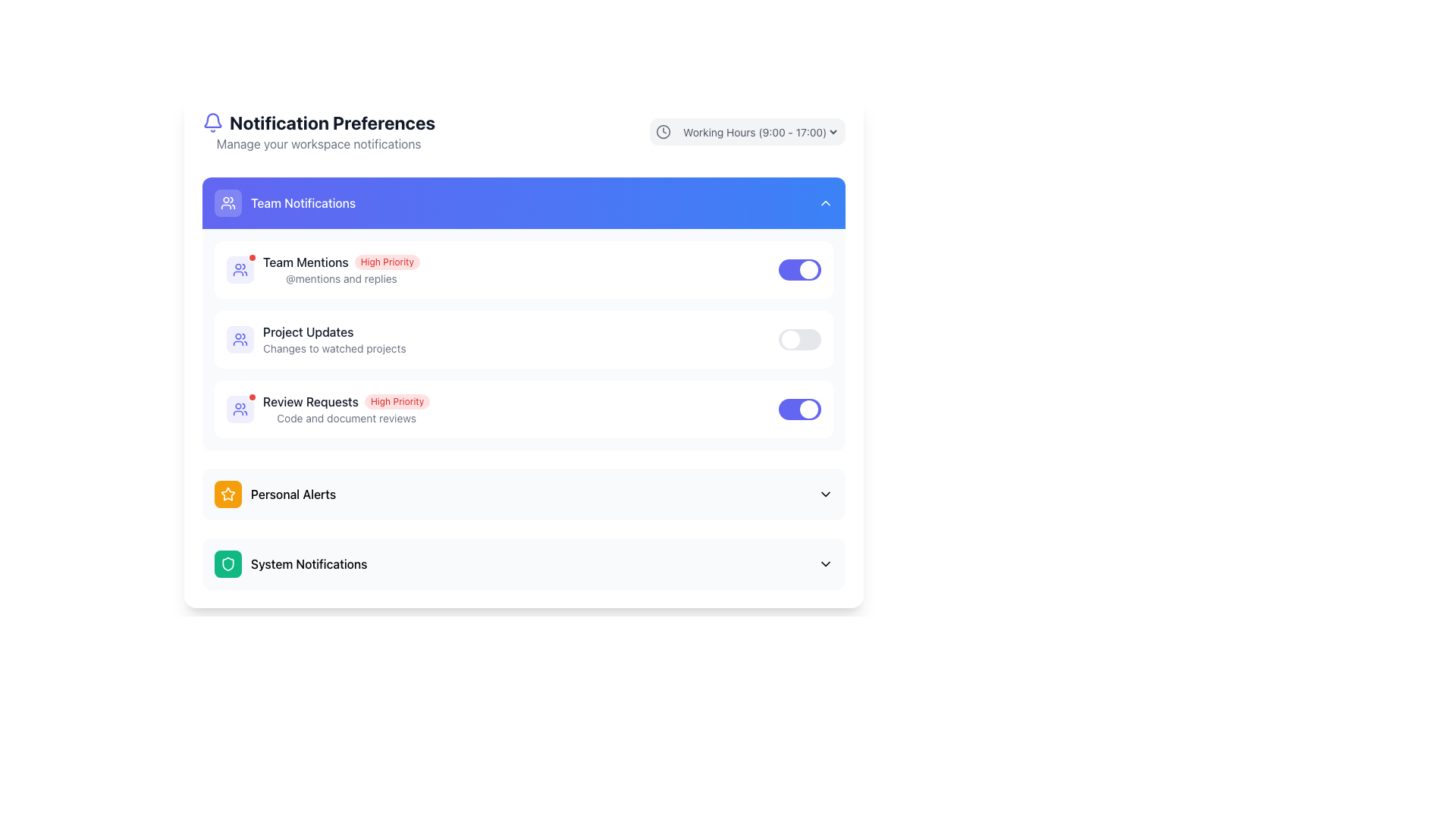 This screenshot has width=1456, height=819. I want to click on the star-shaped icon with a white outline and vibrant orange fill, located under the 'Personal Alerts' section in the interface, so click(227, 494).